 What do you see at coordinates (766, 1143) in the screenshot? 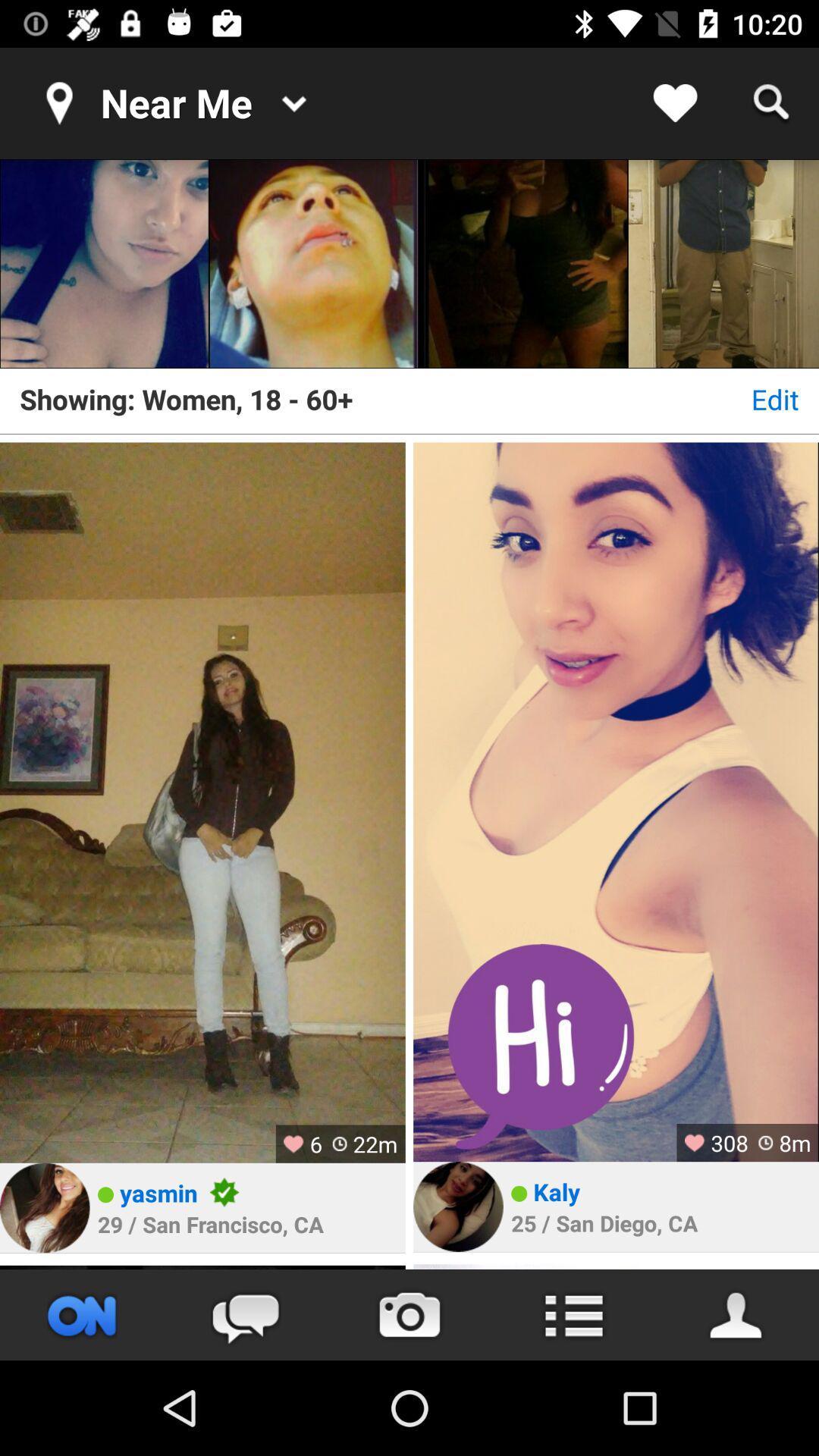
I see `the timer icon on left to the text 8m on the web page` at bounding box center [766, 1143].